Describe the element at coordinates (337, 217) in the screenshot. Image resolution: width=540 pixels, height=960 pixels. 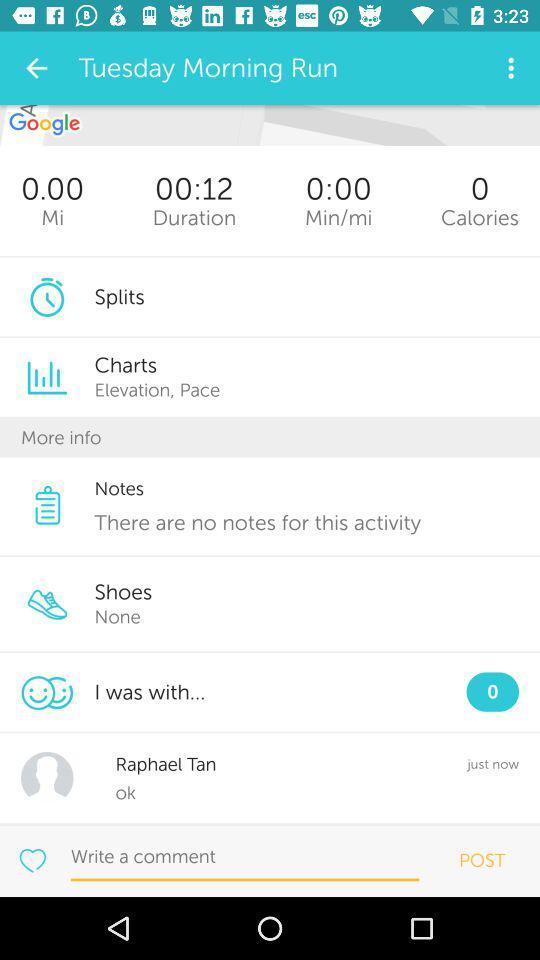
I see `min/mi item` at that location.